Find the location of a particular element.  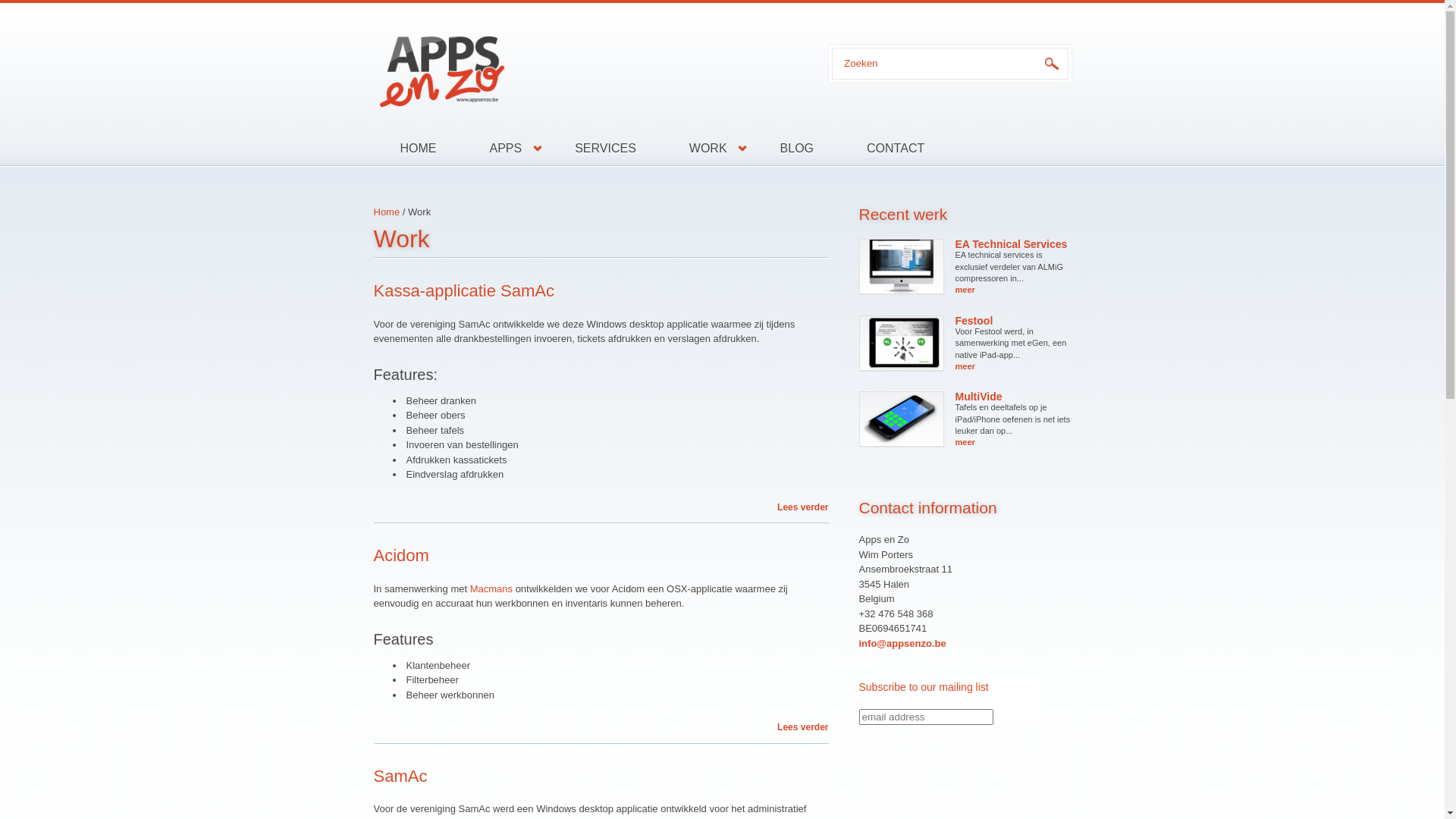

'Kassa-applicatie SamAc' is located at coordinates (462, 290).